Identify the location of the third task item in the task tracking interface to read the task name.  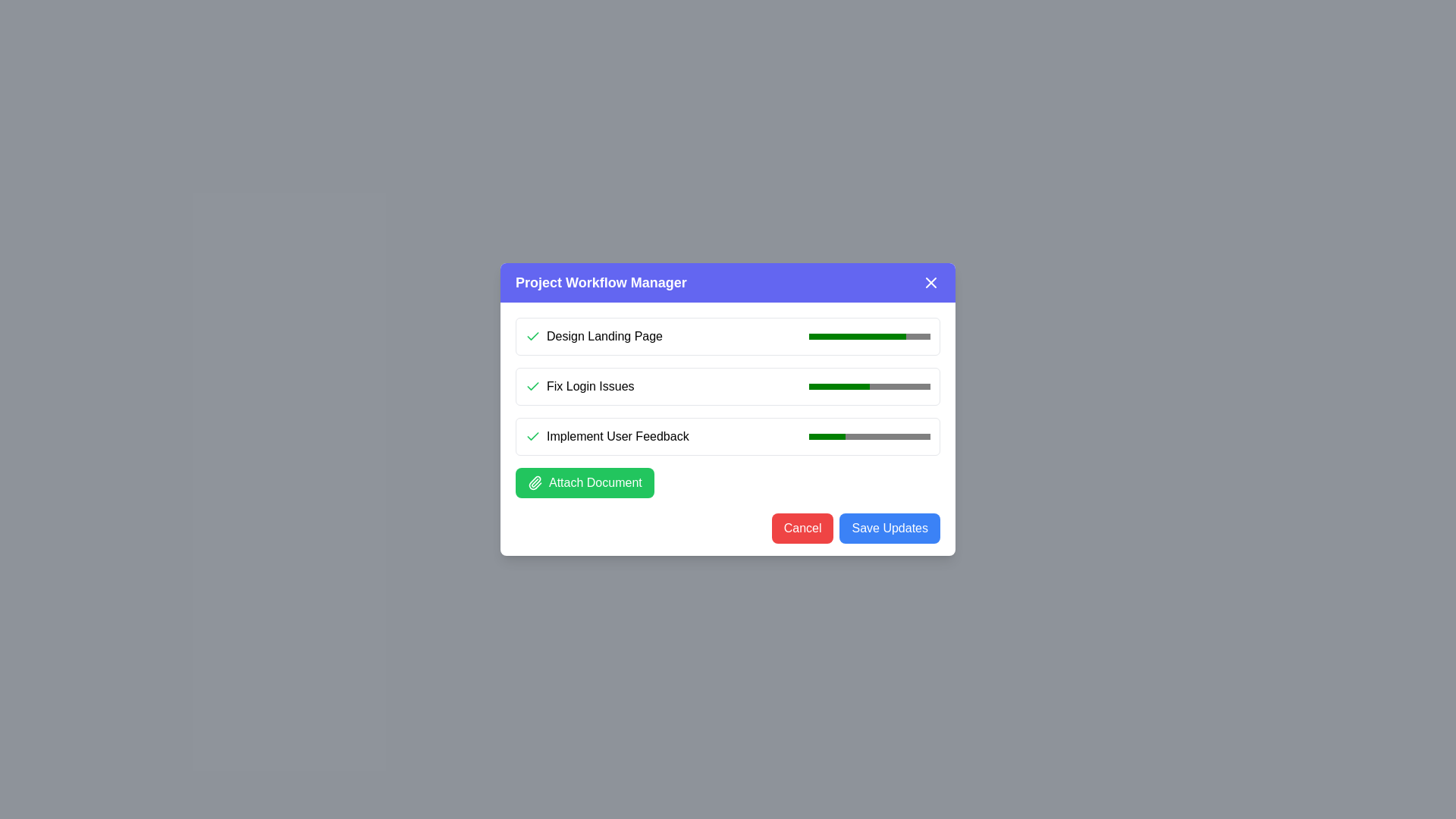
(728, 436).